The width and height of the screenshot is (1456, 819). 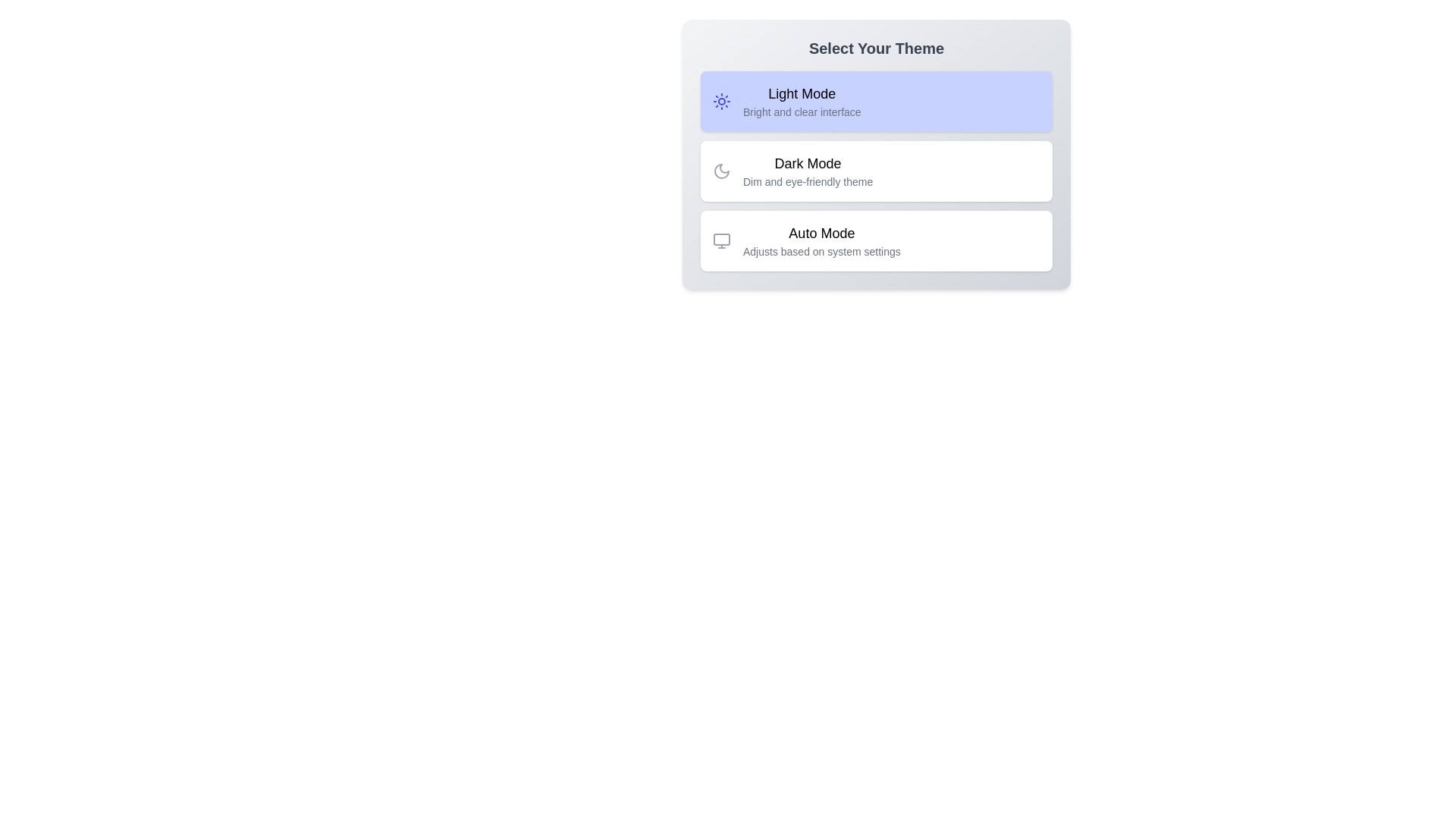 What do you see at coordinates (877, 171) in the screenshot?
I see `the theme card corresponding to Dark Mode` at bounding box center [877, 171].